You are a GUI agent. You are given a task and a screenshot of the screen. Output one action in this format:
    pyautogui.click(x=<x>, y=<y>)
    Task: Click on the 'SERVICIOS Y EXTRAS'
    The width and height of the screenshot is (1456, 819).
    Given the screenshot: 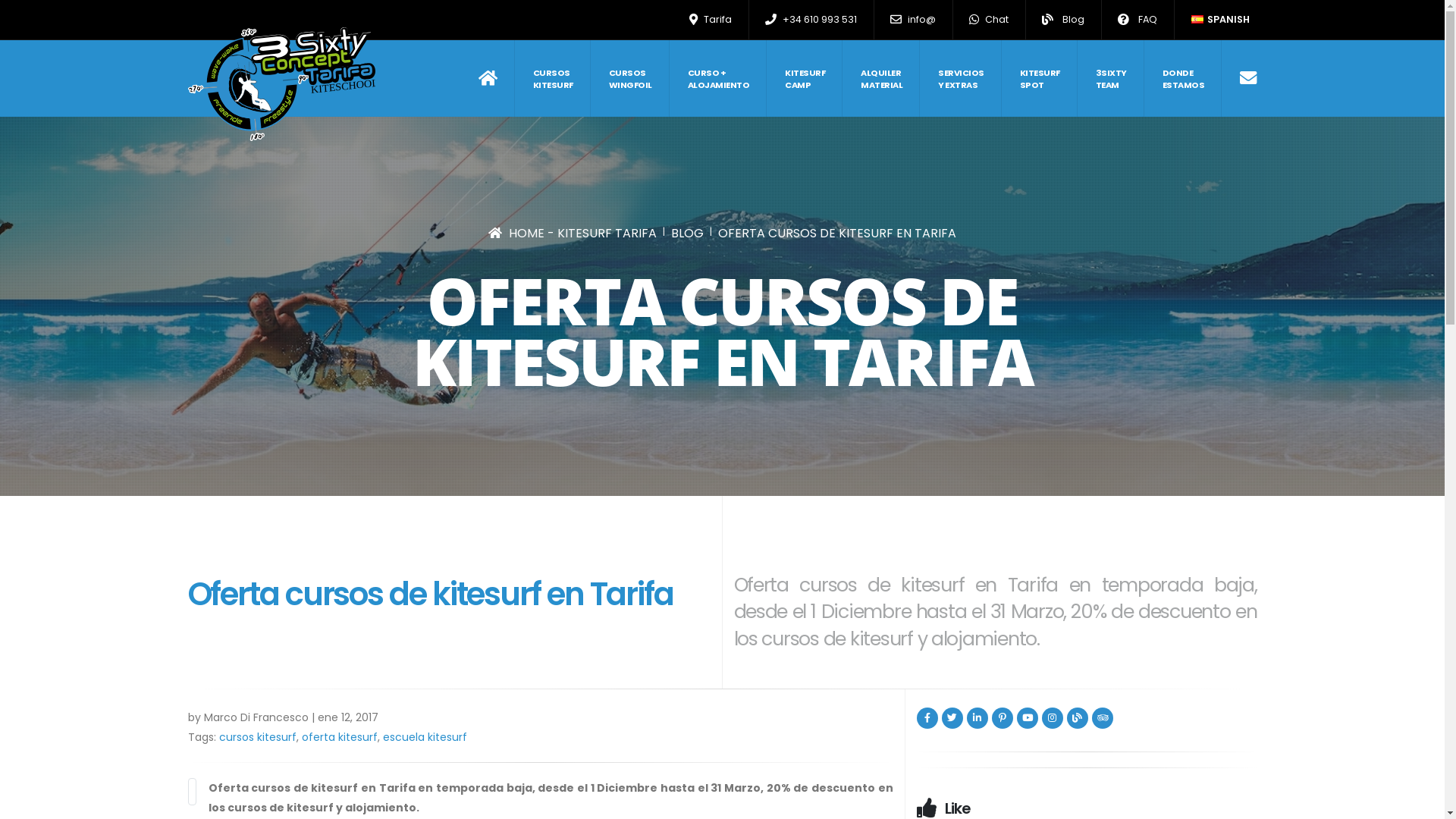 What is the action you would take?
    pyautogui.click(x=960, y=78)
    